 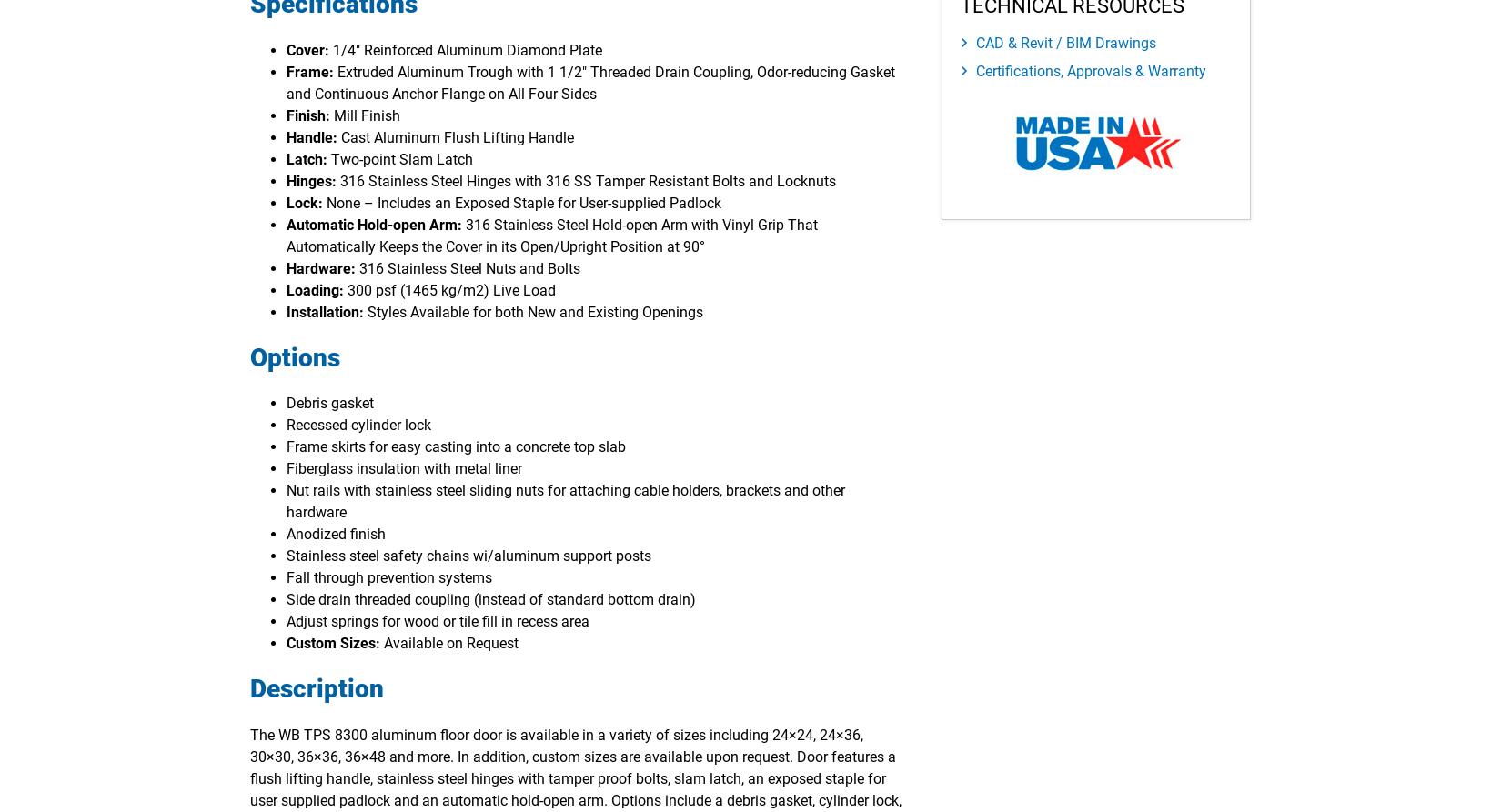 I want to click on 'Installation:', so click(x=327, y=311).